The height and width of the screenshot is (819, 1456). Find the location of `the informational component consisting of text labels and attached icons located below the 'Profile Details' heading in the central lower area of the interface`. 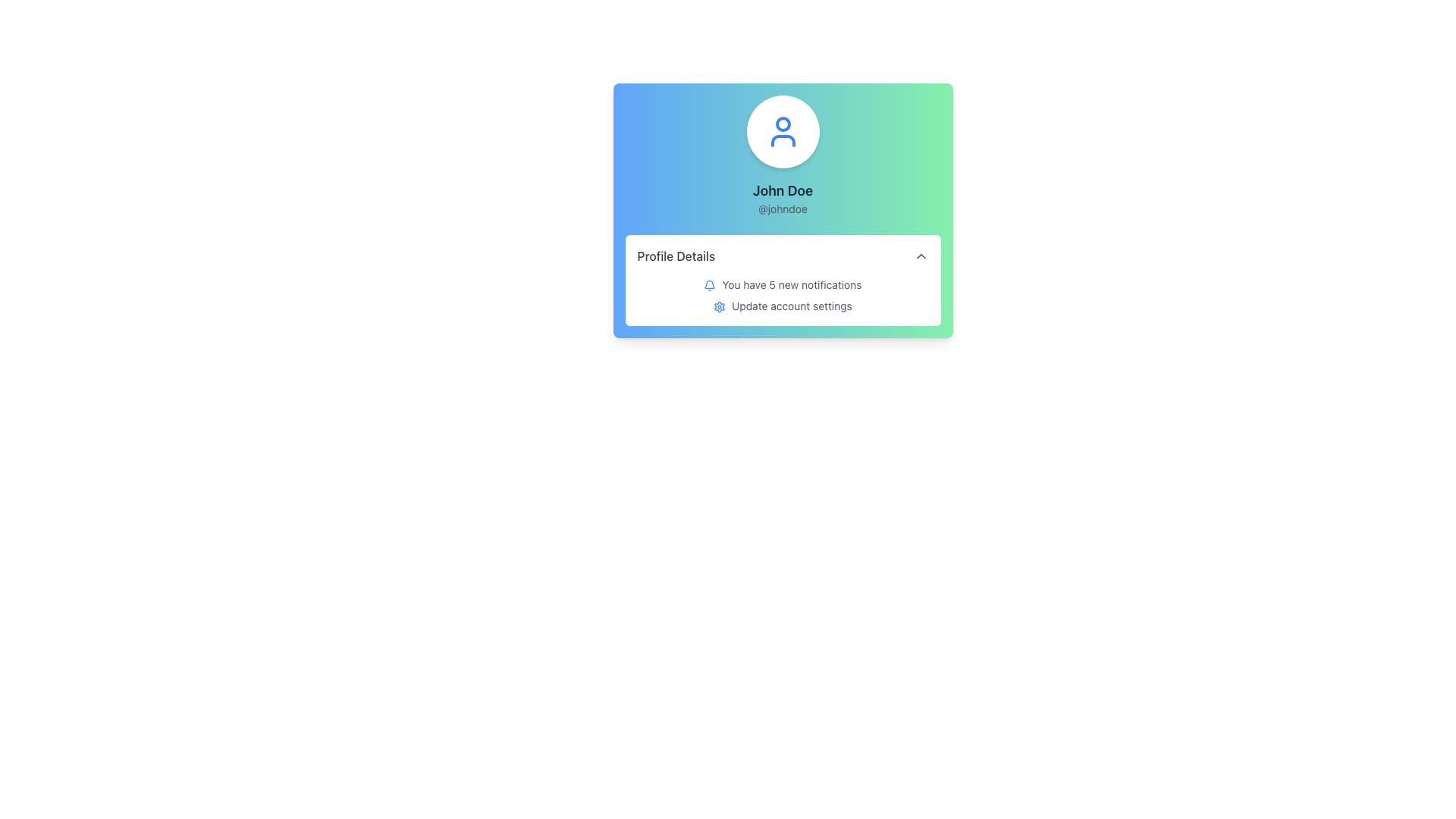

the informational component consisting of text labels and attached icons located below the 'Profile Details' heading in the central lower area of the interface is located at coordinates (783, 295).